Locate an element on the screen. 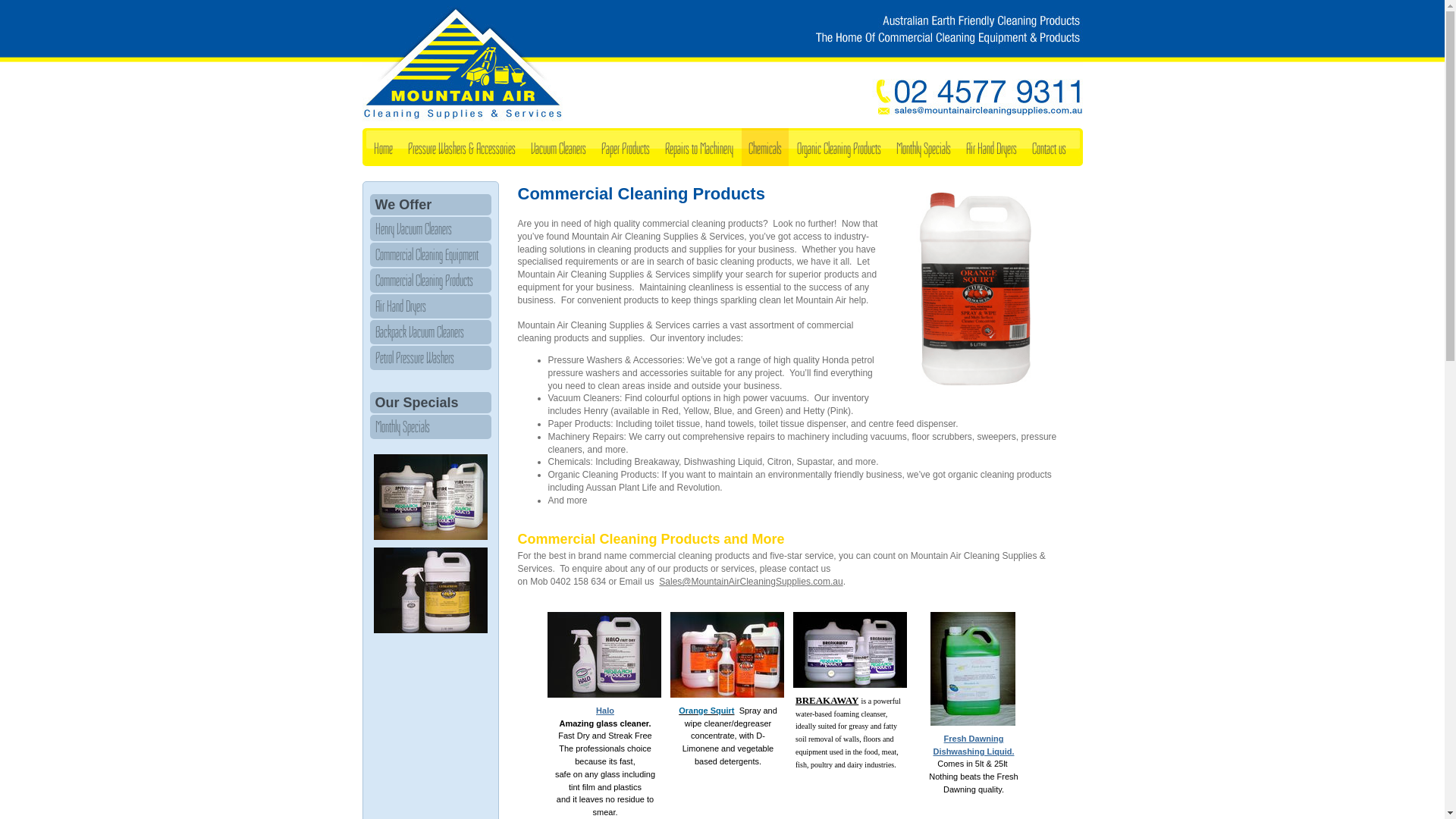  'Contact us' is located at coordinates (1048, 146).